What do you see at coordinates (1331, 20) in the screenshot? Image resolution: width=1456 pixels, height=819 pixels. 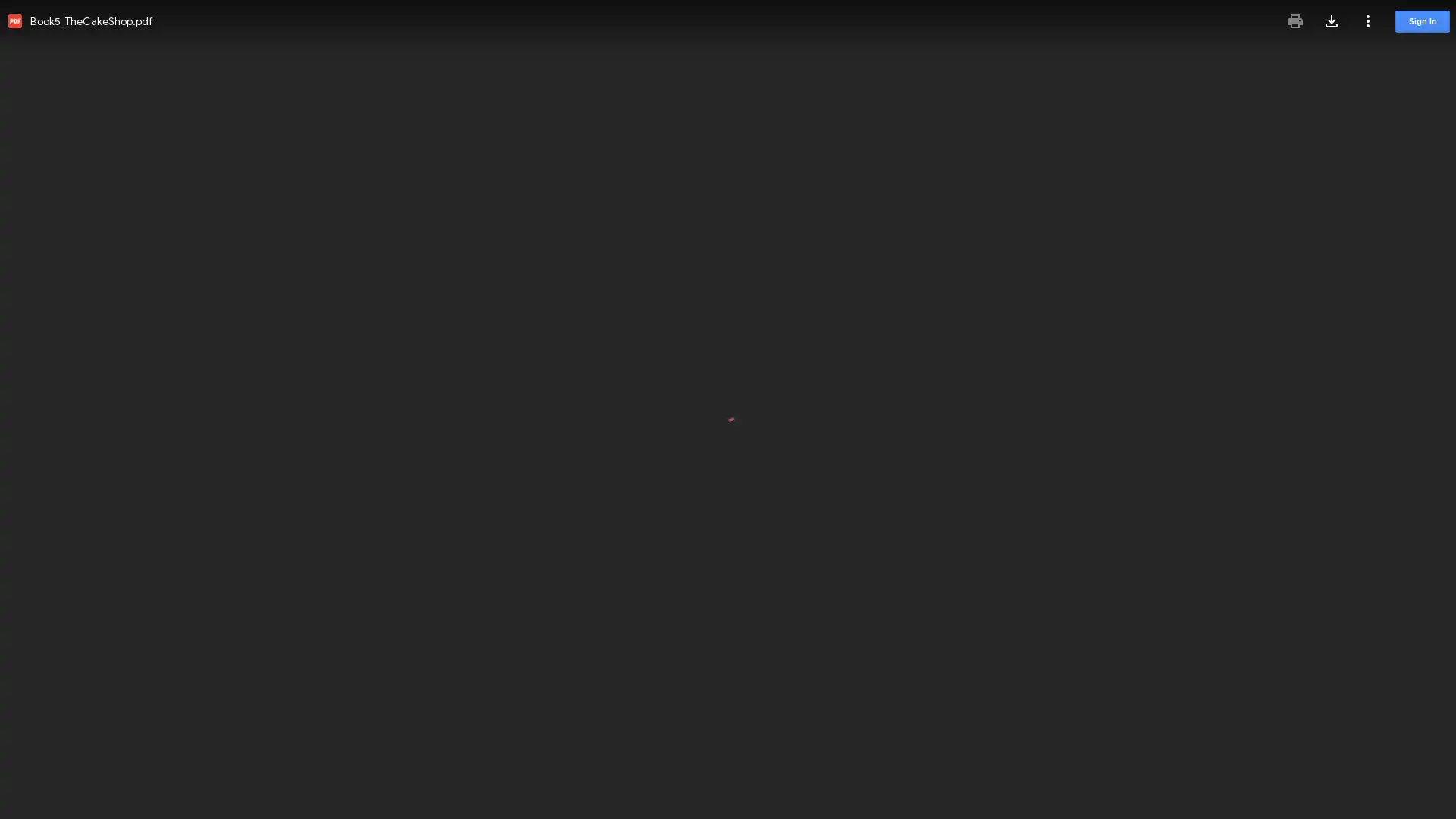 I see `Download` at bounding box center [1331, 20].